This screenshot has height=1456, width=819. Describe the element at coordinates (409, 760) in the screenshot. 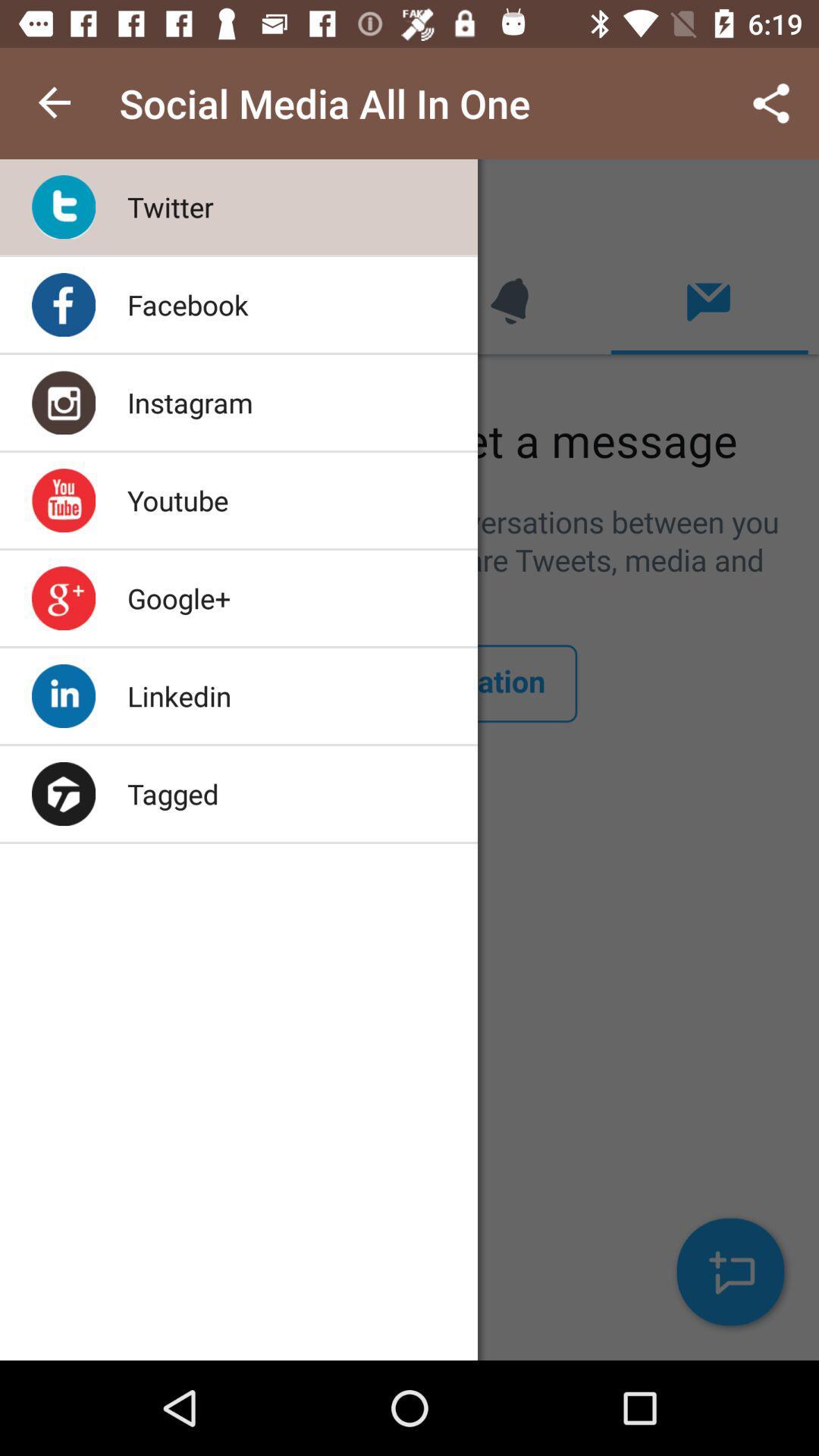

I see `screen selection` at that location.